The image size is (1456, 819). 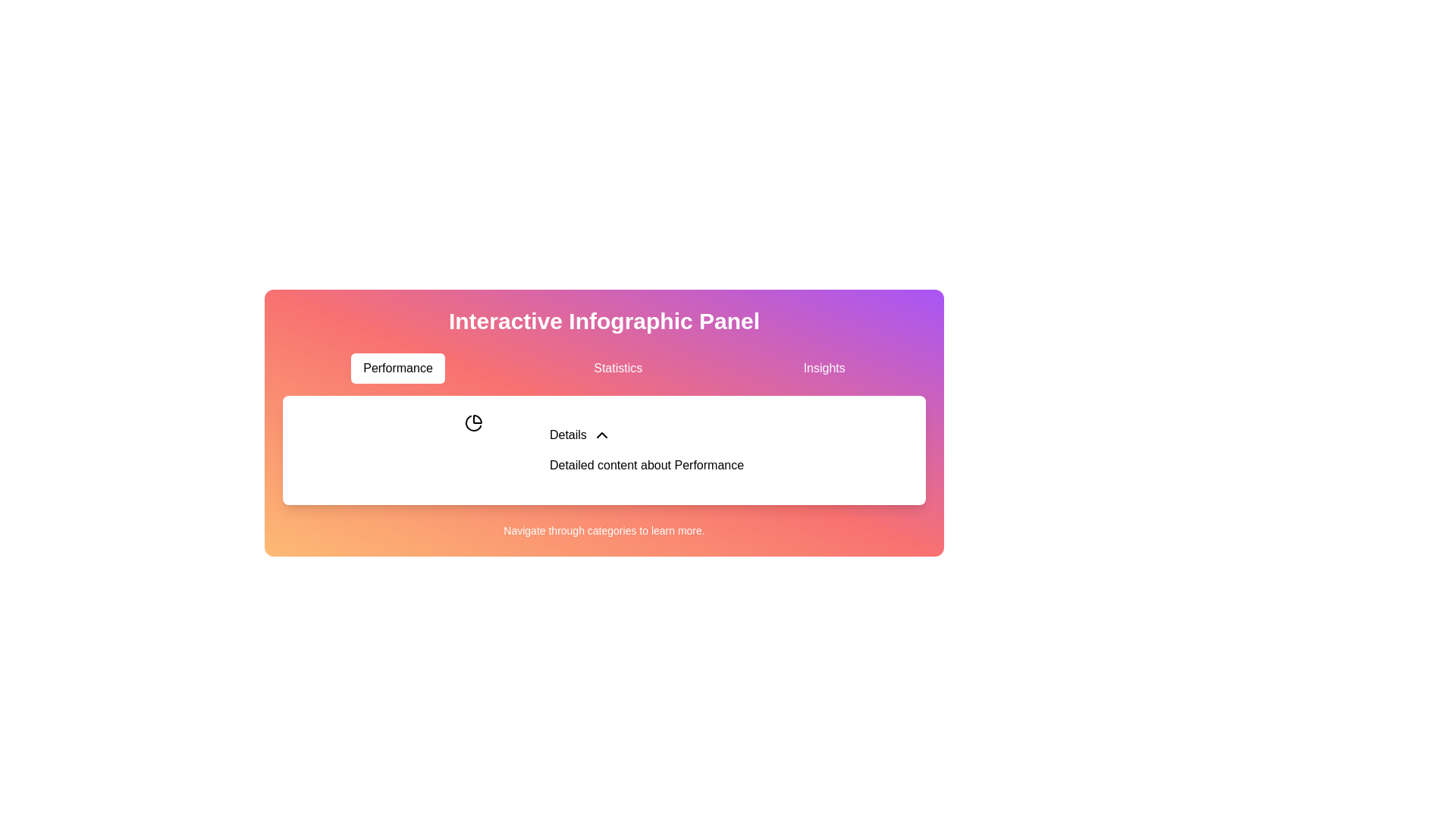 What do you see at coordinates (601, 435) in the screenshot?
I see `the chevron icon to the right of the 'Details' header` at bounding box center [601, 435].